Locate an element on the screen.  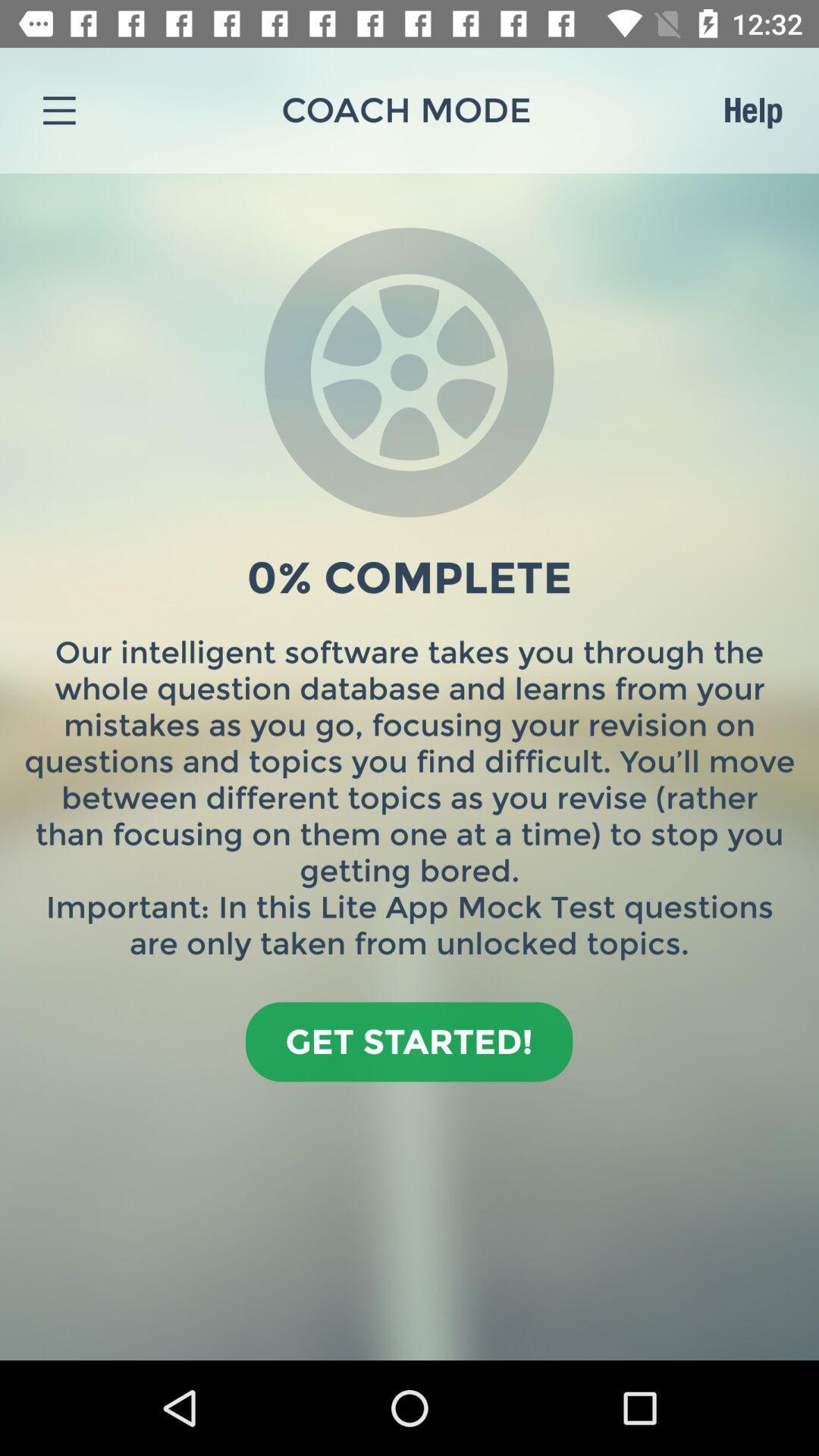
get started! item is located at coordinates (408, 1040).